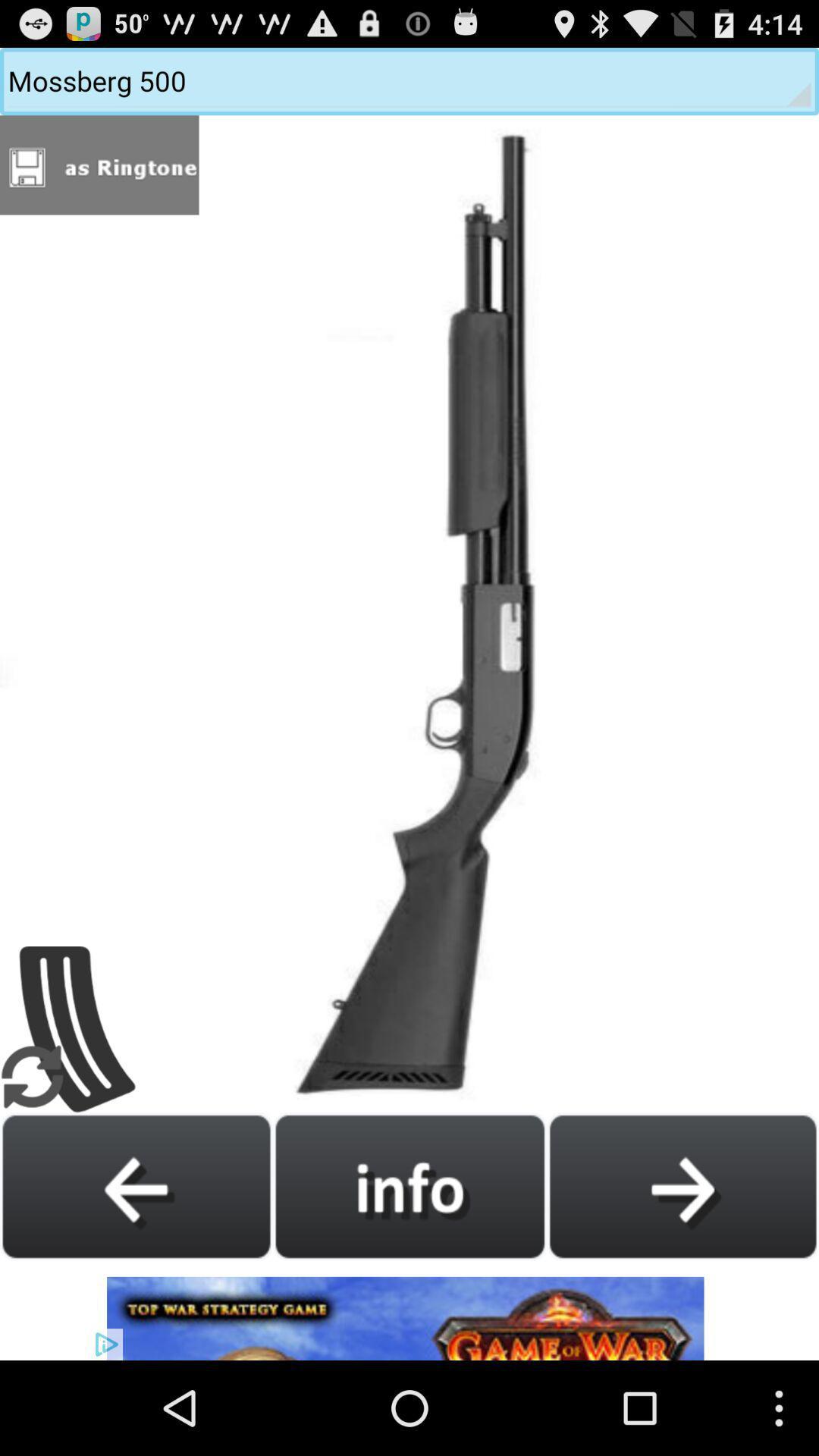 The image size is (819, 1456). What do you see at coordinates (136, 1185) in the screenshot?
I see `go back` at bounding box center [136, 1185].